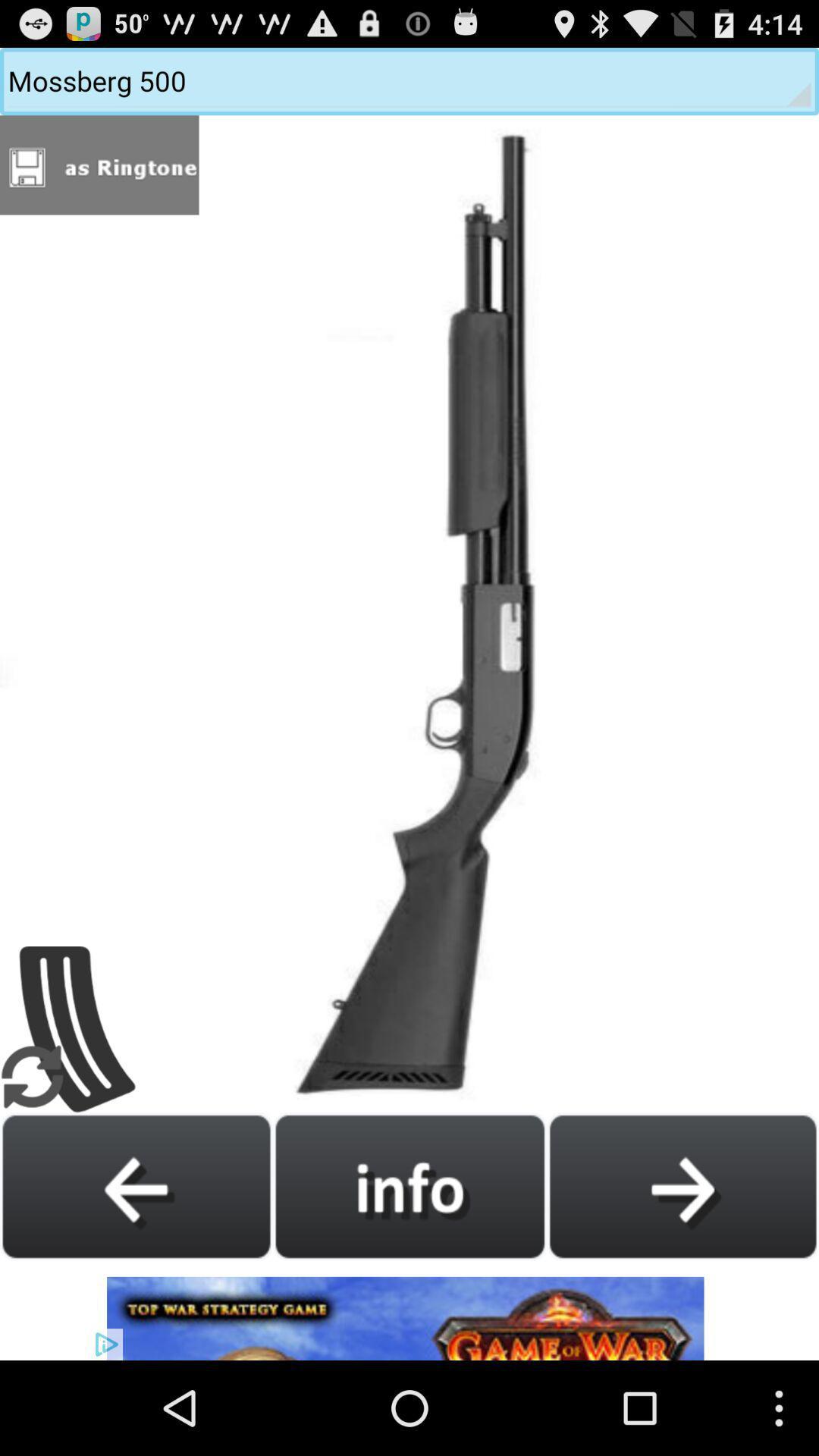 The image size is (819, 1456). What do you see at coordinates (136, 1185) in the screenshot?
I see `go back` at bounding box center [136, 1185].